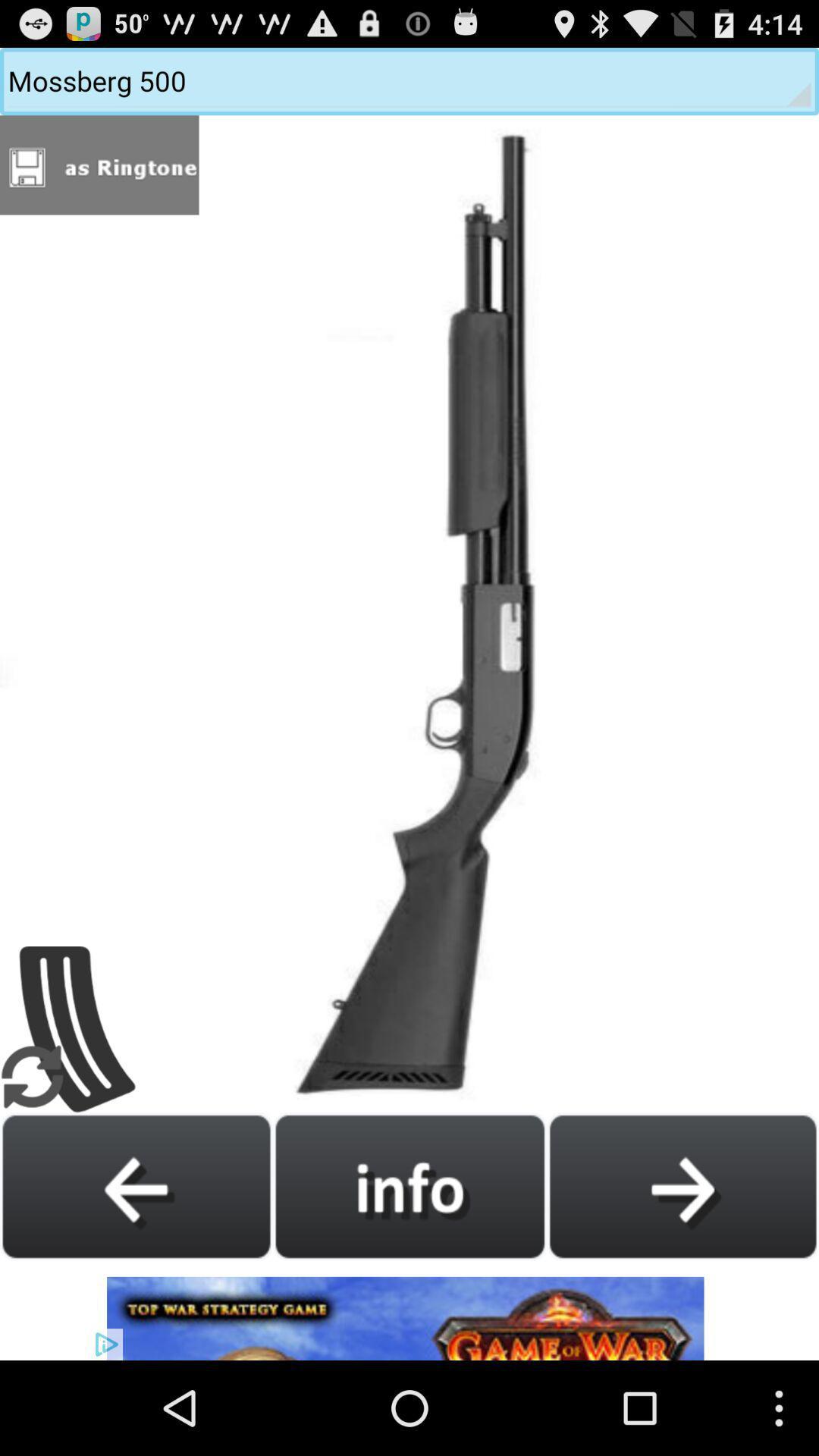 The image size is (819, 1456). What do you see at coordinates (136, 1185) in the screenshot?
I see `go back` at bounding box center [136, 1185].